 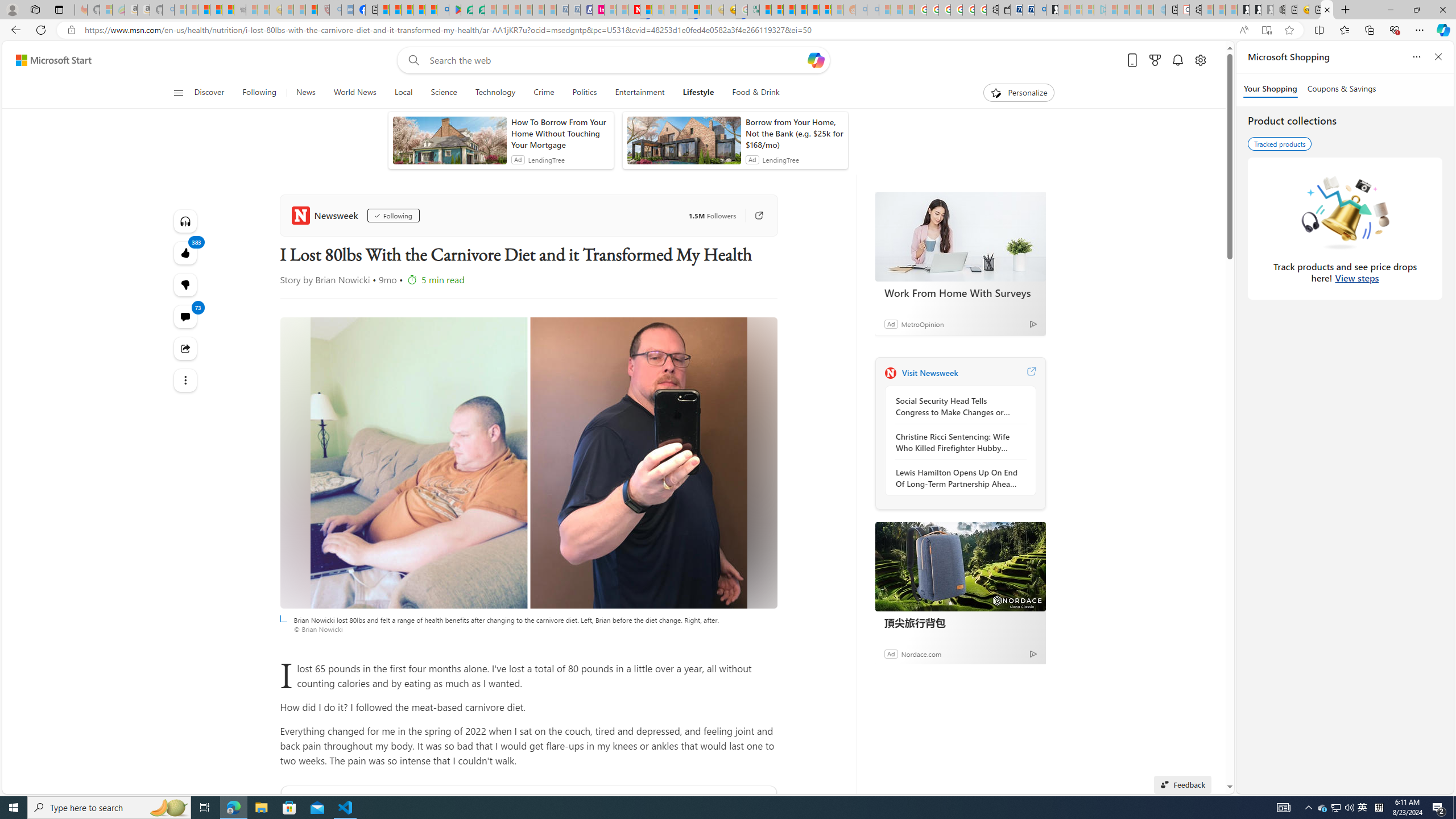 I want to click on 'Local', so click(x=403, y=92).